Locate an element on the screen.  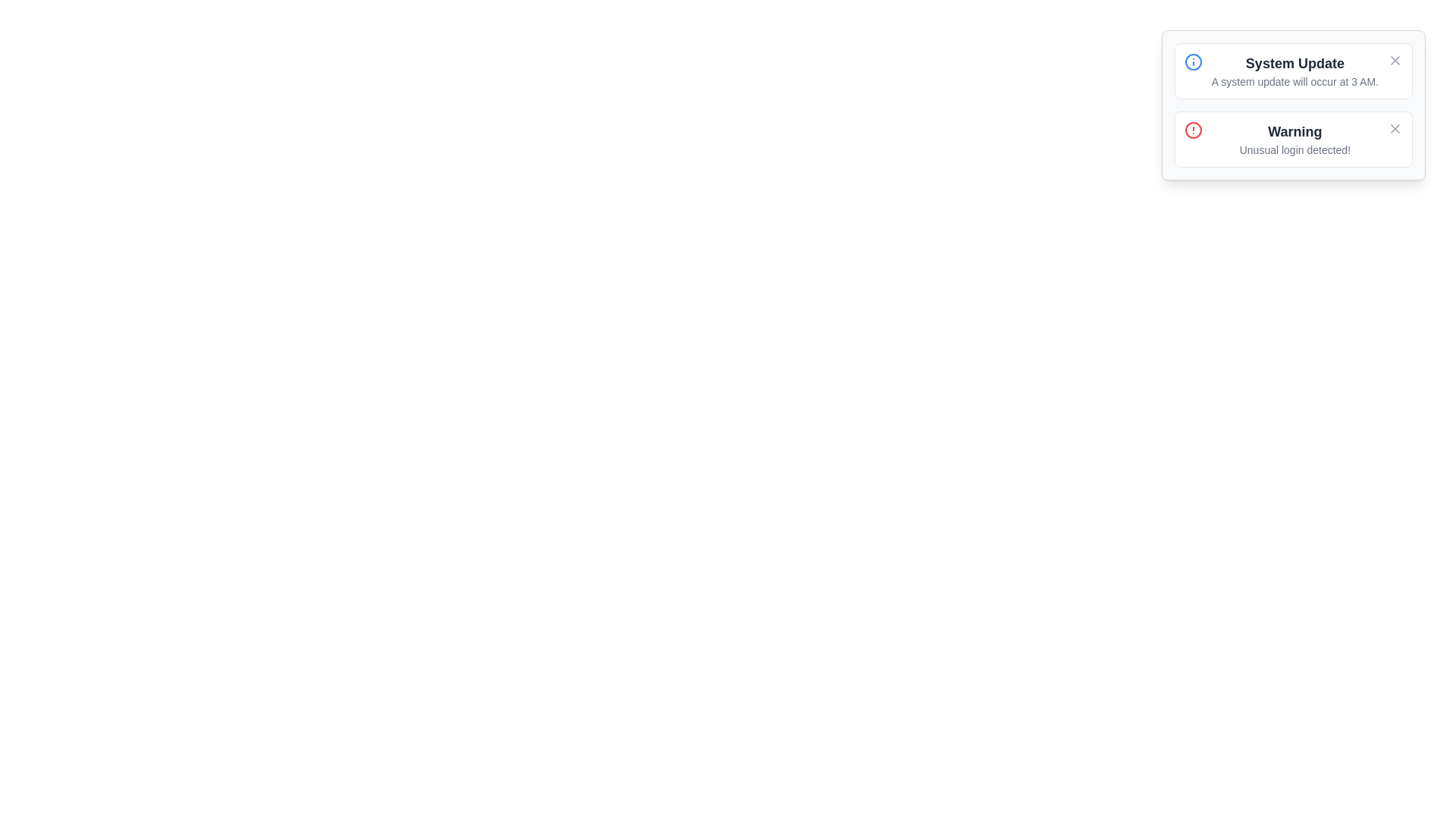
text content of the notification regarding unusual login activity detected, which is located in the second notification below the 'System Update' message is located at coordinates (1294, 140).